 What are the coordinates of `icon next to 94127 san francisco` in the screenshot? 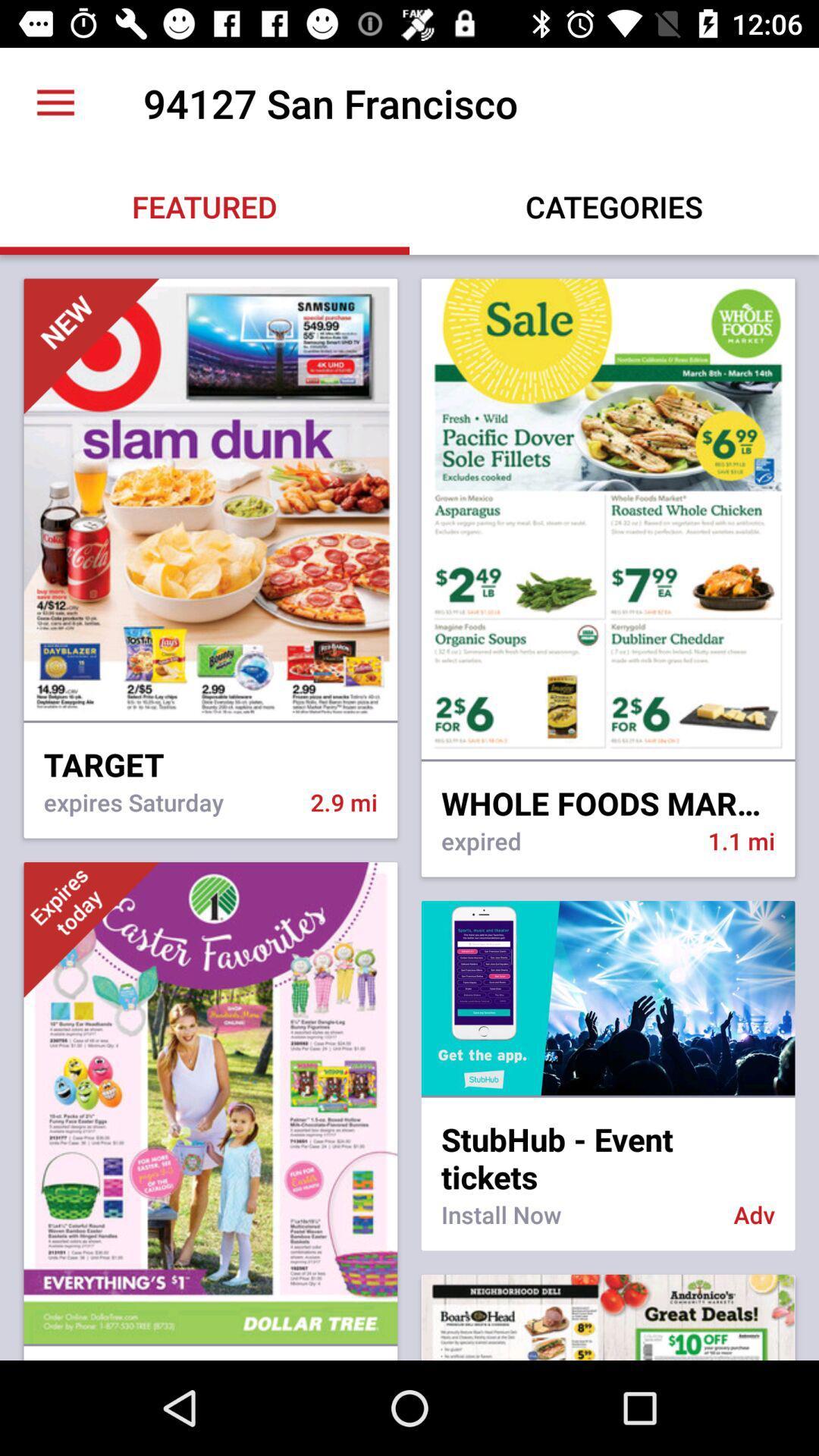 It's located at (55, 102).